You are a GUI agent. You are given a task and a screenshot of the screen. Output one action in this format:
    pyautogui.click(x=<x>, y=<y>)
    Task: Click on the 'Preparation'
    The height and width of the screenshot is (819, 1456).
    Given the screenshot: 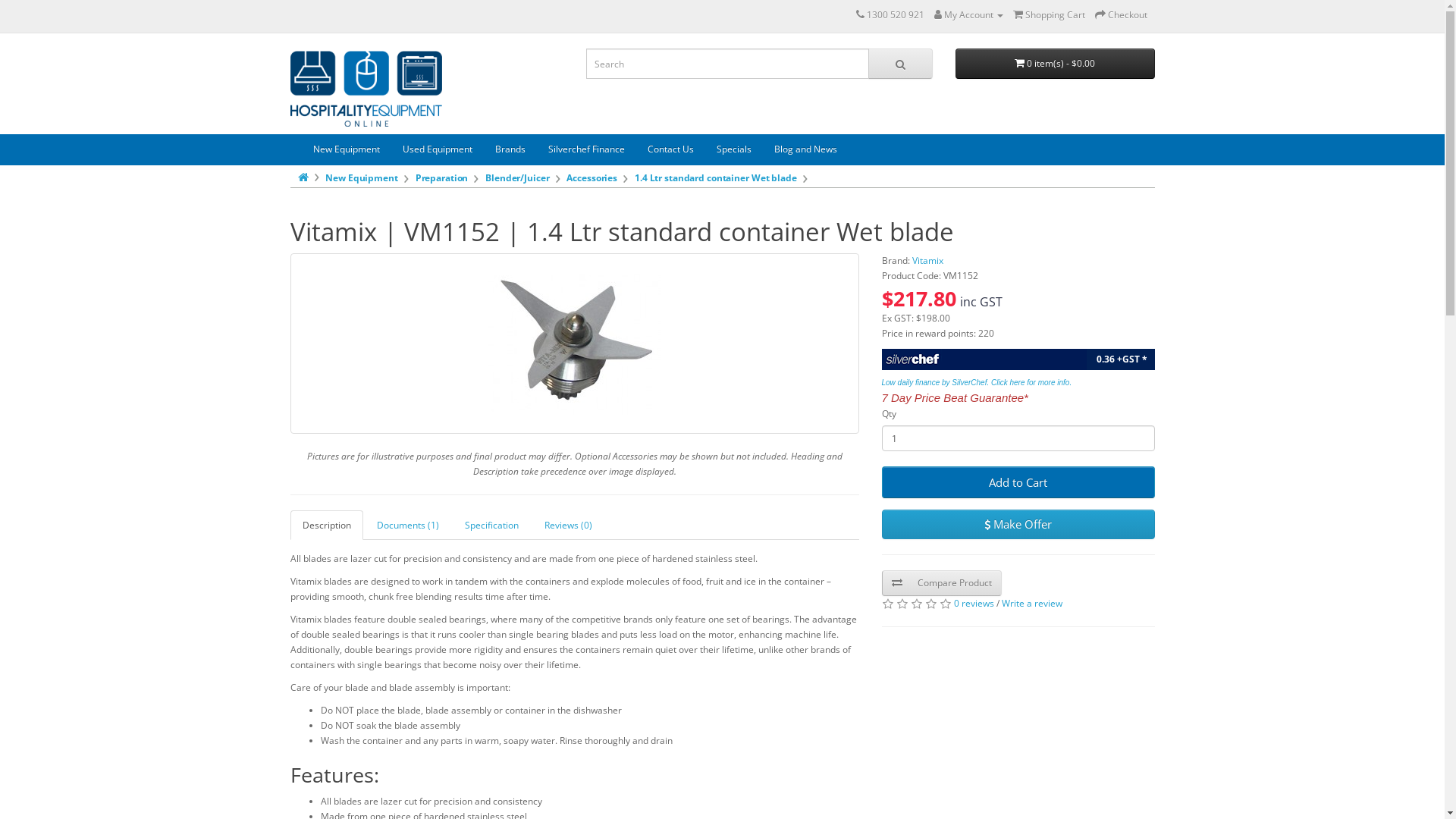 What is the action you would take?
    pyautogui.click(x=441, y=177)
    